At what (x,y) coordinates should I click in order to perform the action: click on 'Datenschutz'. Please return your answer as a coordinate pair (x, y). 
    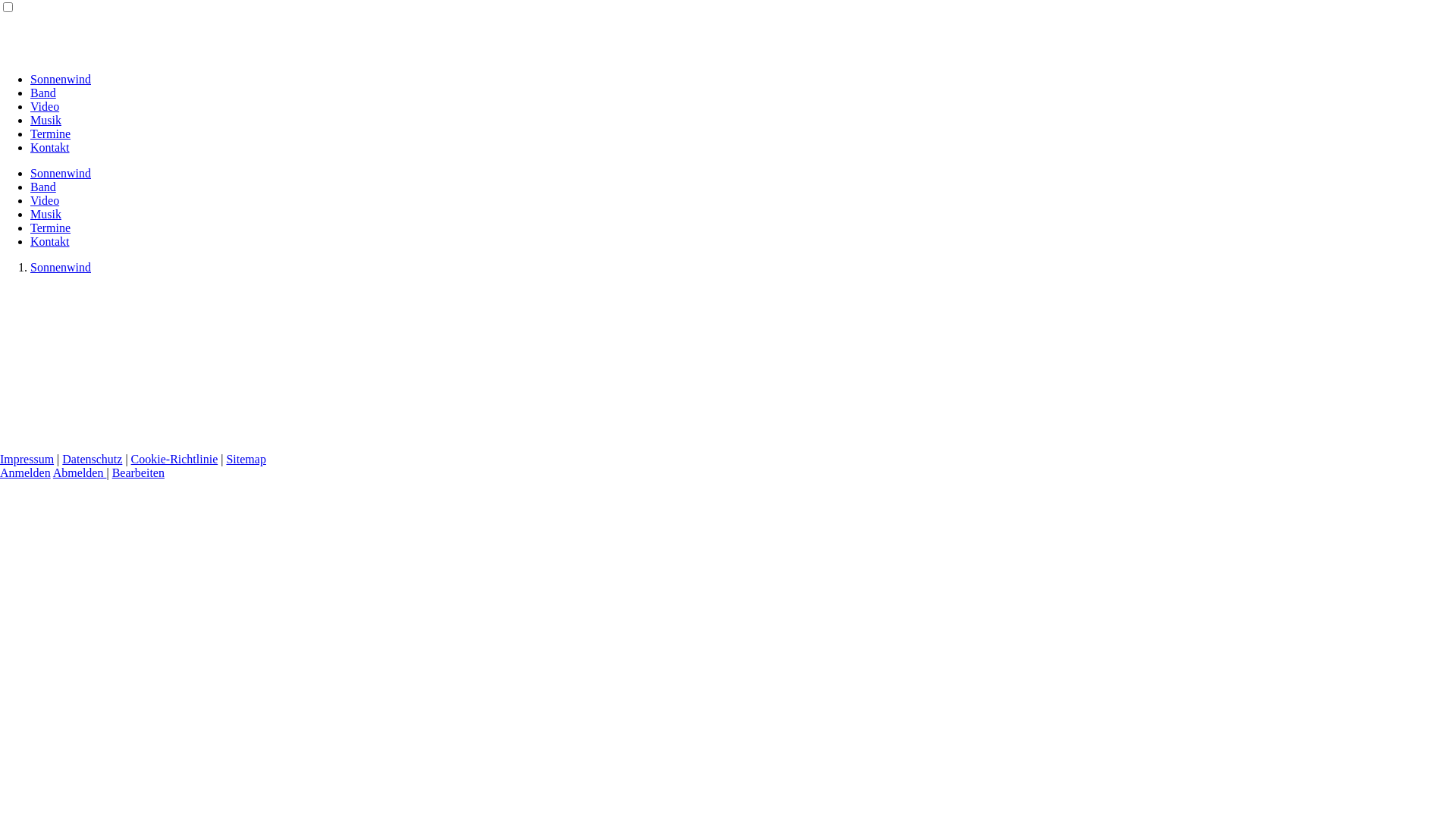
    Looking at the image, I should click on (91, 458).